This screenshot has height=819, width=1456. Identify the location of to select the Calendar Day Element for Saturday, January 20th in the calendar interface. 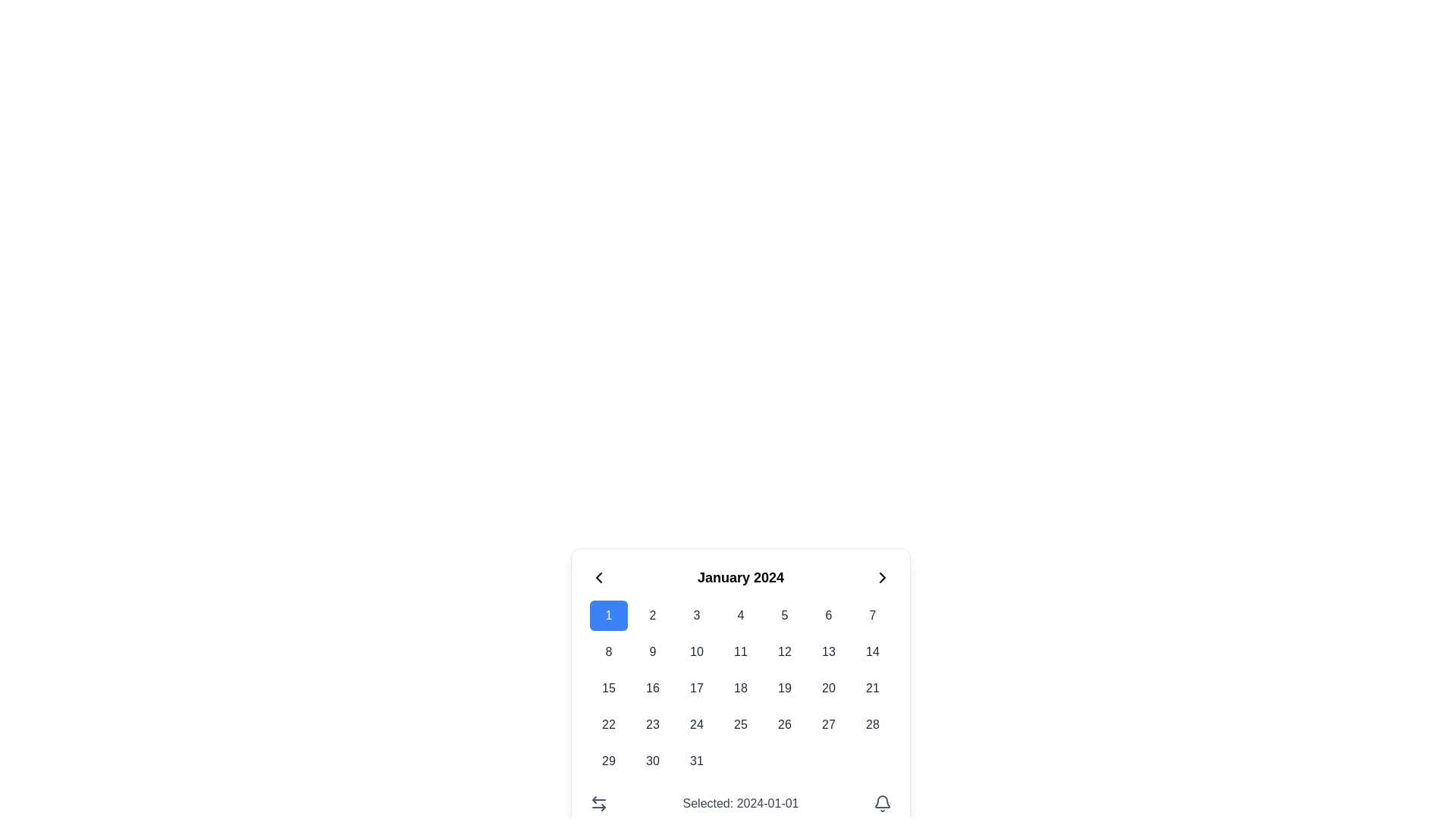
(828, 688).